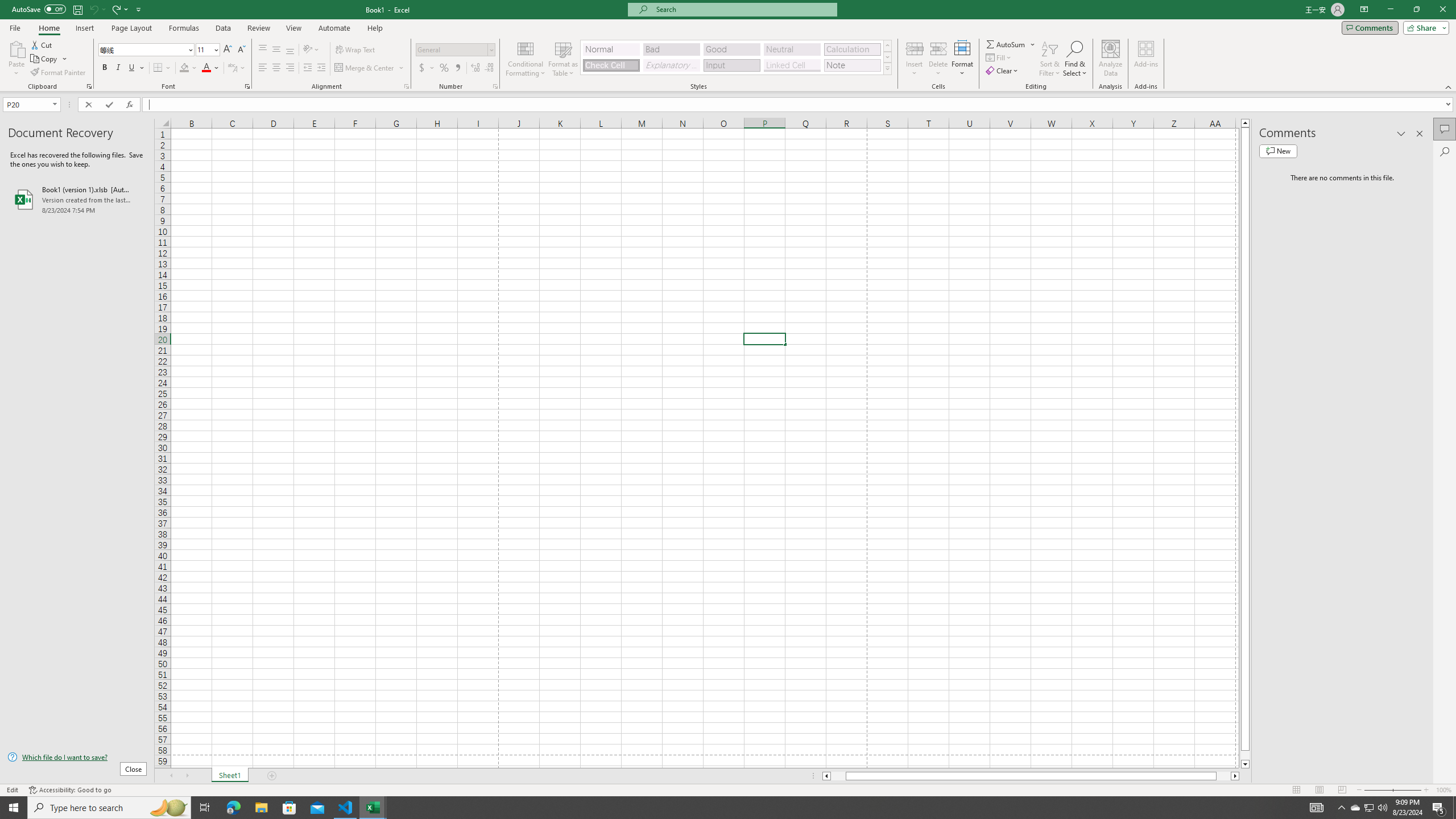 Image resolution: width=1456 pixels, height=819 pixels. What do you see at coordinates (731, 49) in the screenshot?
I see `'Good'` at bounding box center [731, 49].